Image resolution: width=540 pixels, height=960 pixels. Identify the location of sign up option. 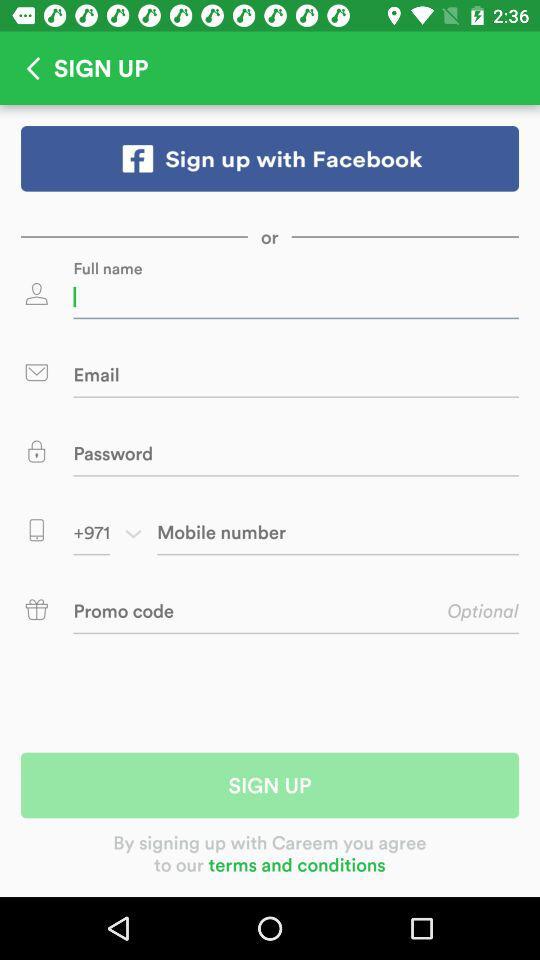
(270, 157).